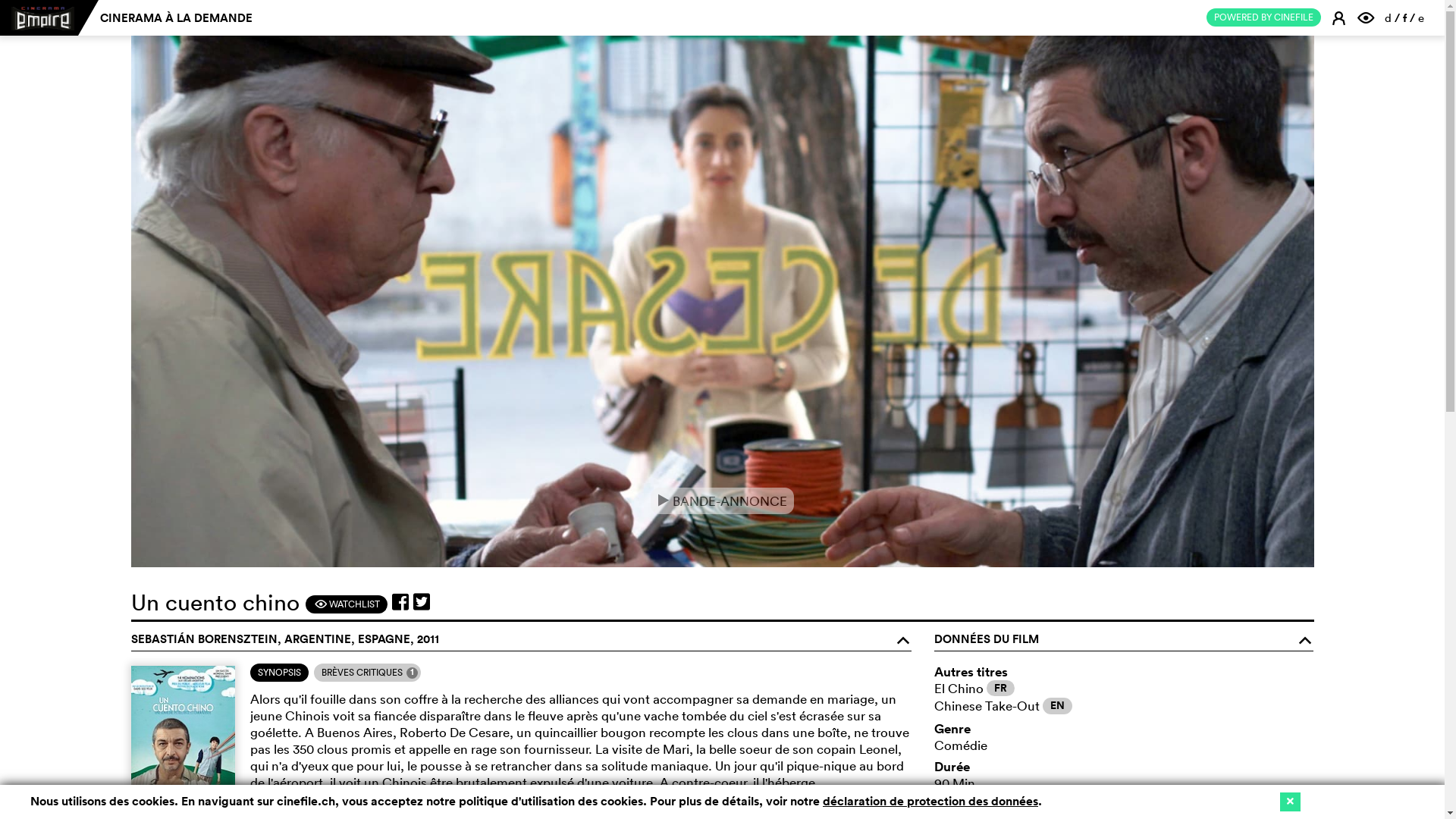 This screenshot has height=819, width=1456. What do you see at coordinates (1367, 17) in the screenshot?
I see `'F'` at bounding box center [1367, 17].